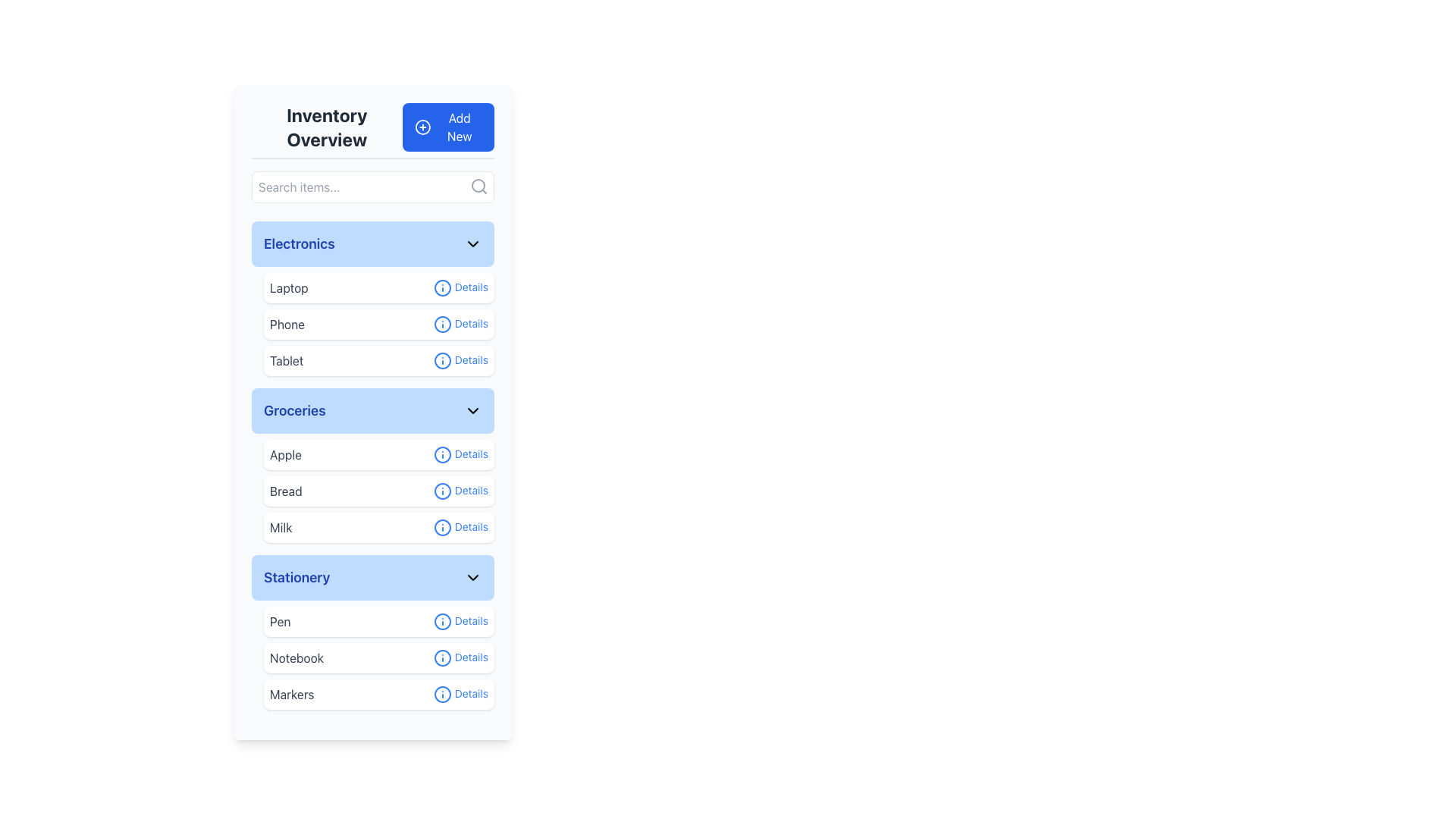 Image resolution: width=1456 pixels, height=819 pixels. What do you see at coordinates (460, 694) in the screenshot?
I see `the 'Details' hyperlink with an information icon` at bounding box center [460, 694].